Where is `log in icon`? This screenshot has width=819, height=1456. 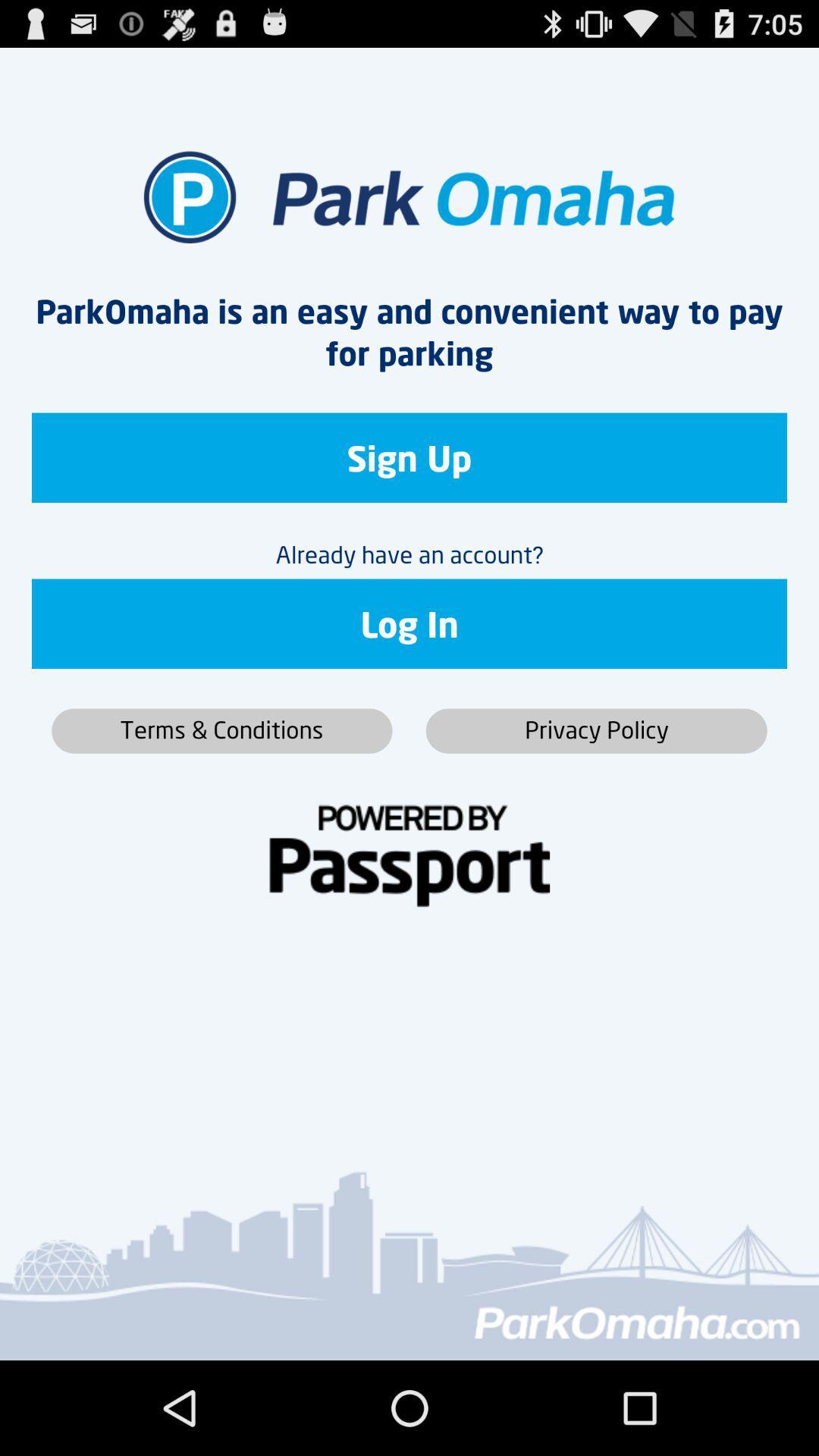 log in icon is located at coordinates (409, 623).